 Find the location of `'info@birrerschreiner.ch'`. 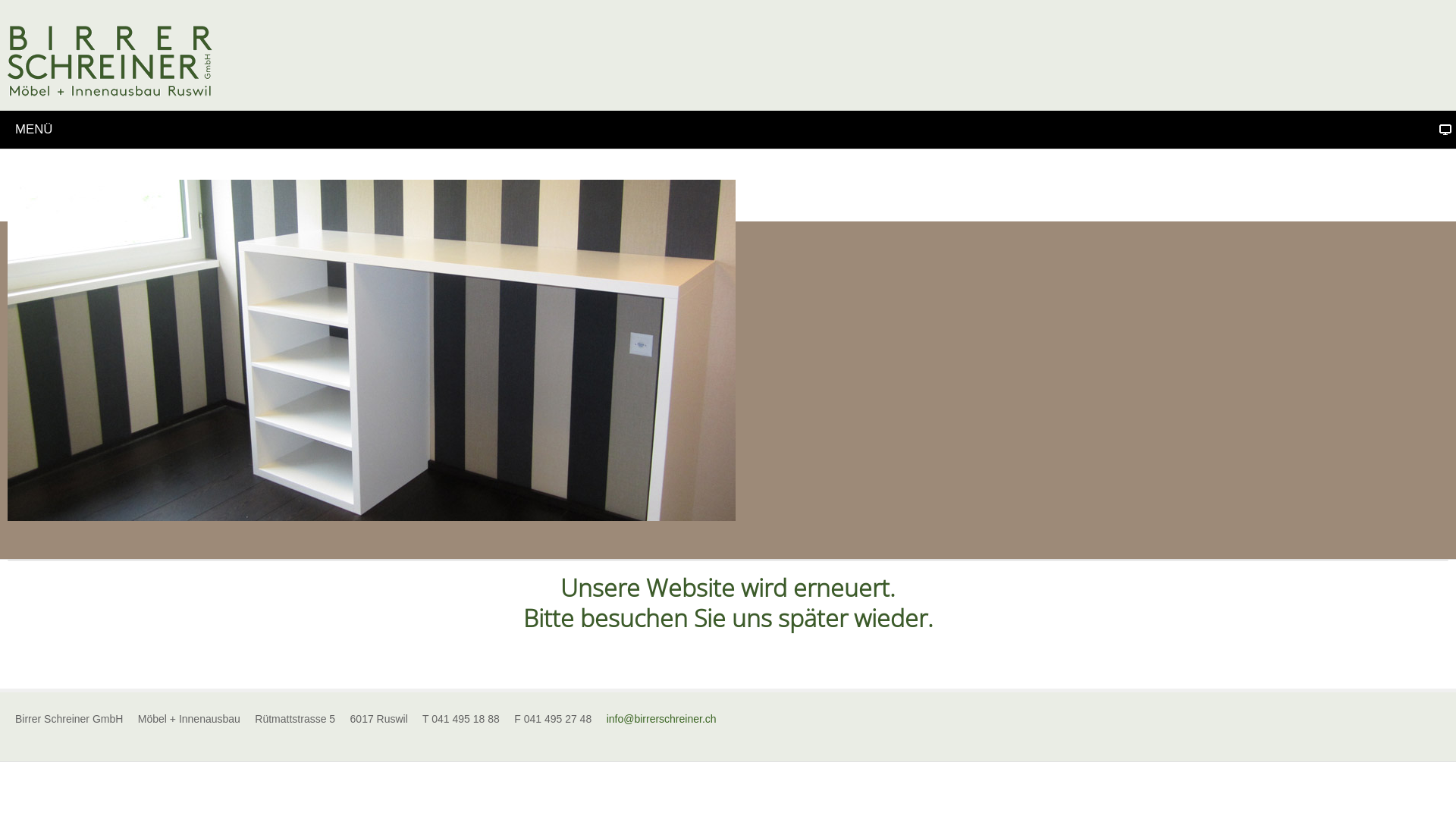

'info@birrerschreiner.ch' is located at coordinates (607, 718).